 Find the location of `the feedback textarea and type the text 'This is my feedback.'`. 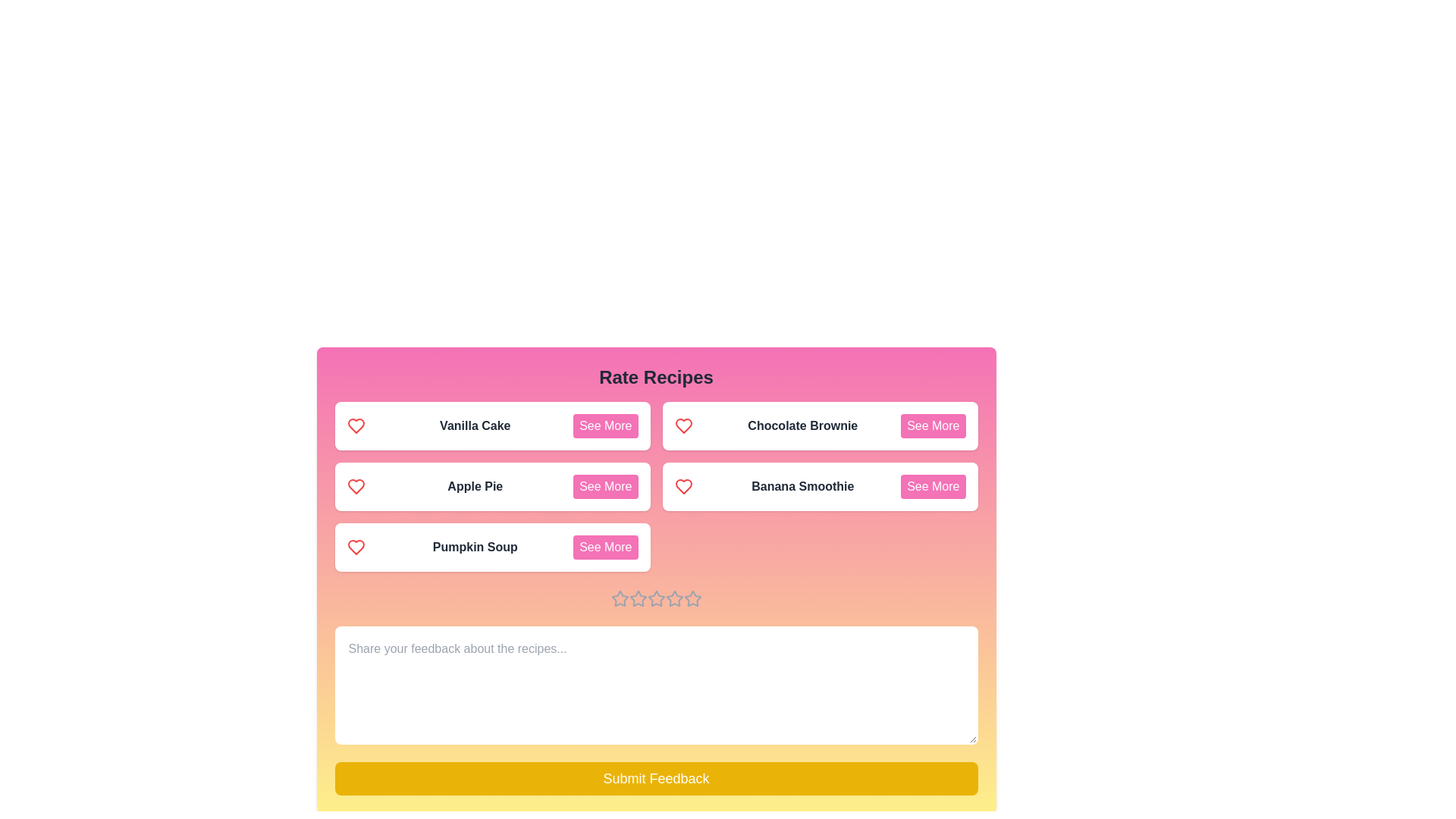

the feedback textarea and type the text 'This is my feedback.' is located at coordinates (656, 685).